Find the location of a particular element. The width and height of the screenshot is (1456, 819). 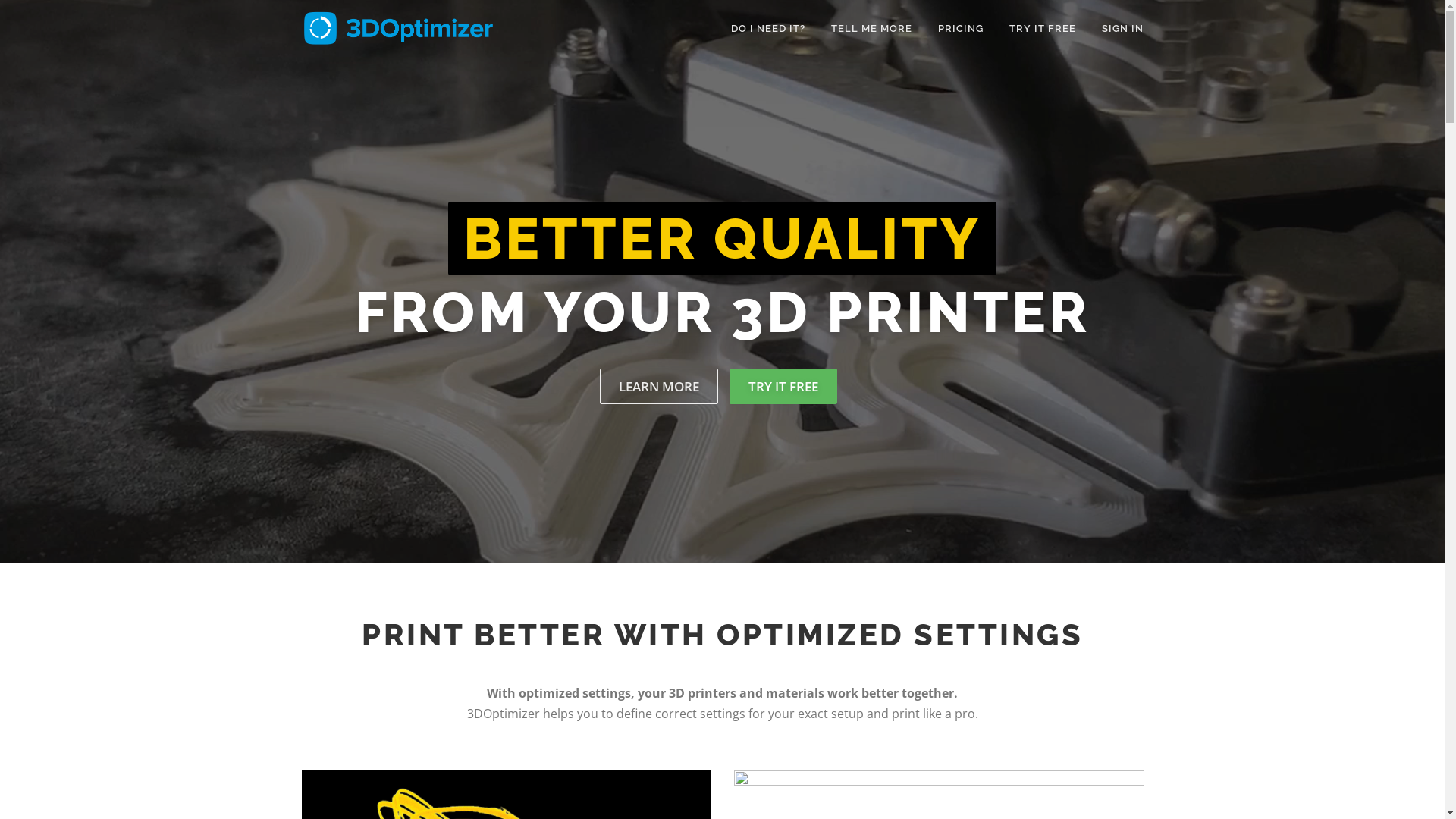

'TRY IT FREE' is located at coordinates (783, 385).